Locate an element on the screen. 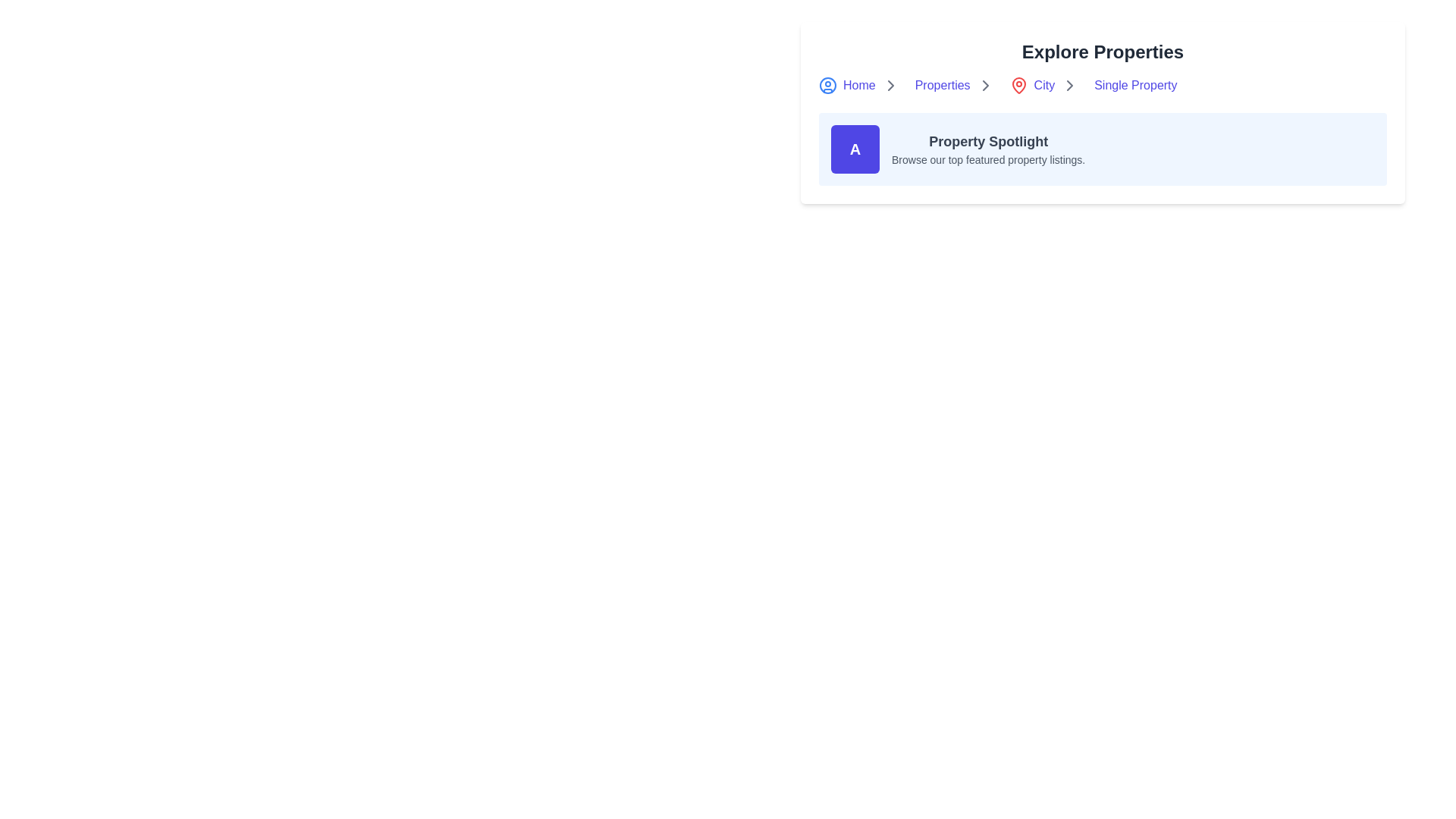 The height and width of the screenshot is (819, 1456). the Navigation breadcrumb item located under the 'Explore Properties' title is located at coordinates (1103, 85).